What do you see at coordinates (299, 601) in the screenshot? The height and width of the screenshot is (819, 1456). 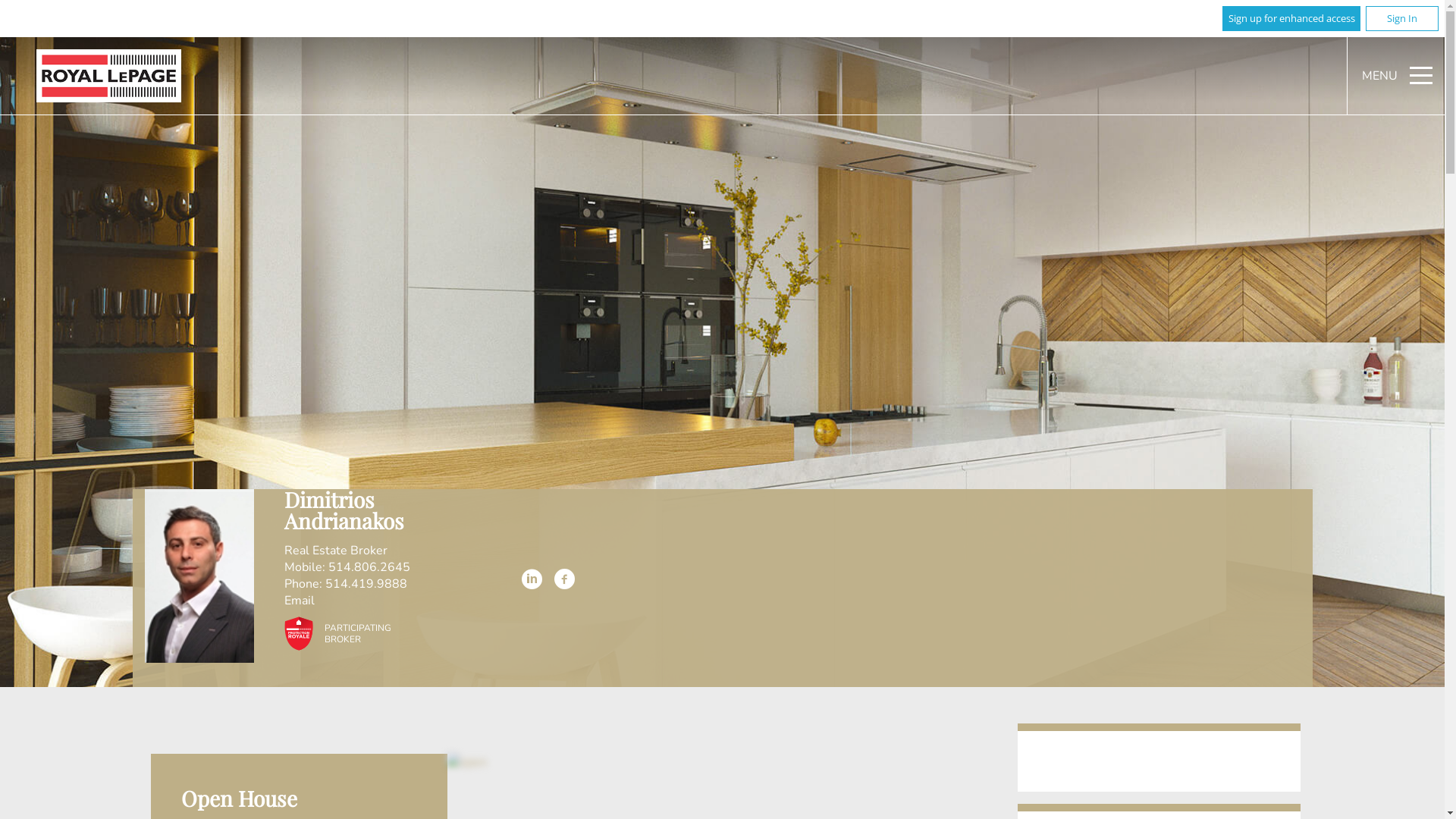 I see `'Email'` at bounding box center [299, 601].